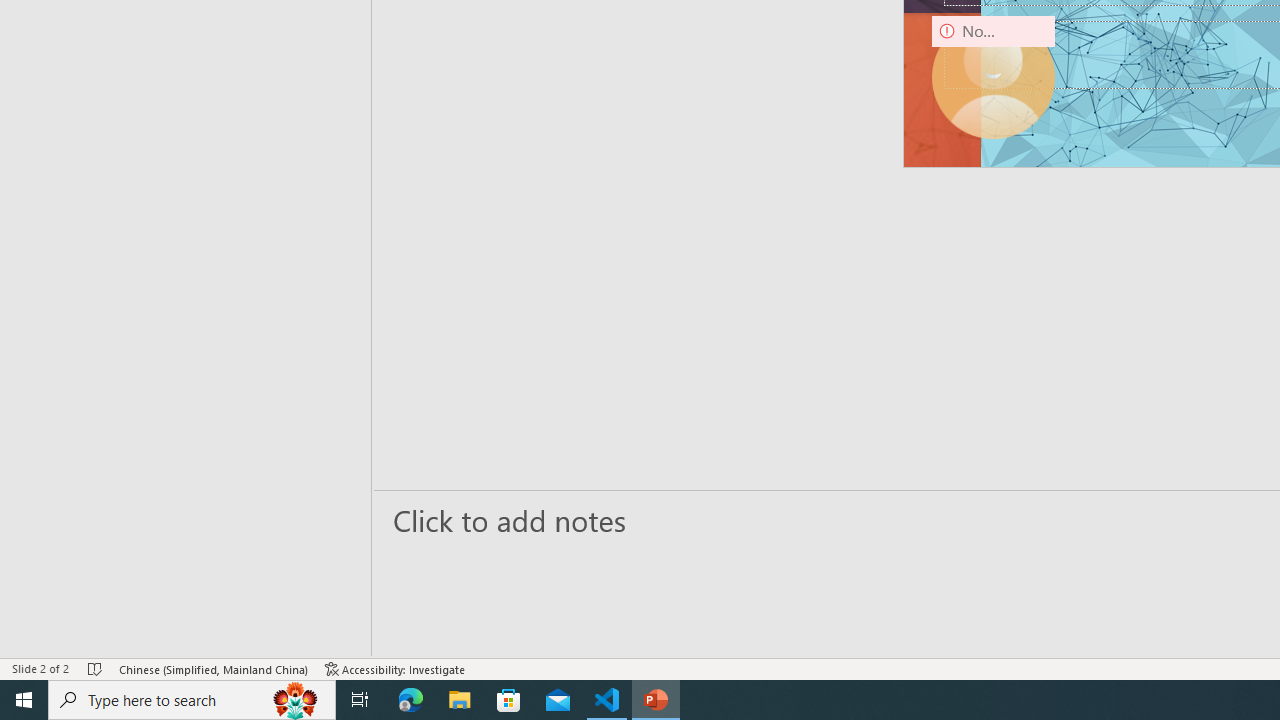 The width and height of the screenshot is (1280, 720). Describe the element at coordinates (395, 669) in the screenshot. I see `'Accessibility Checker Accessibility: Investigate'` at that location.